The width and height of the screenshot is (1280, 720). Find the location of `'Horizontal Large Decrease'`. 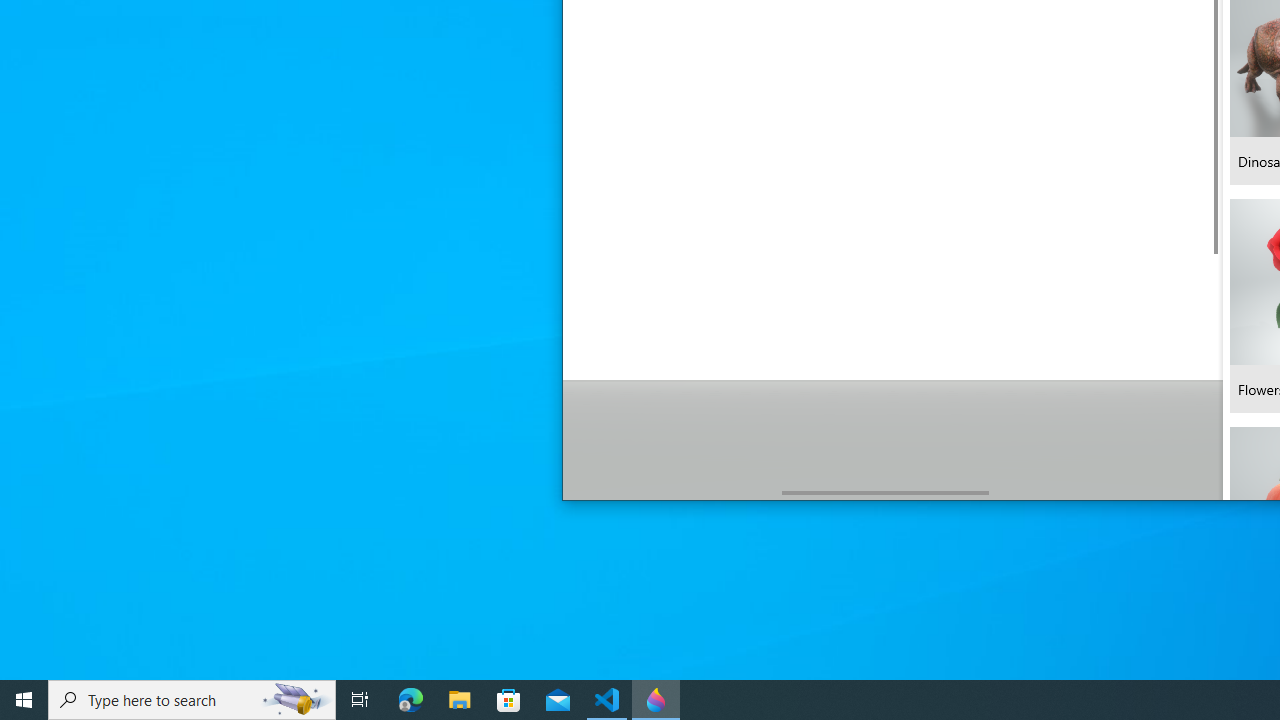

'Horizontal Large Decrease' is located at coordinates (672, 492).